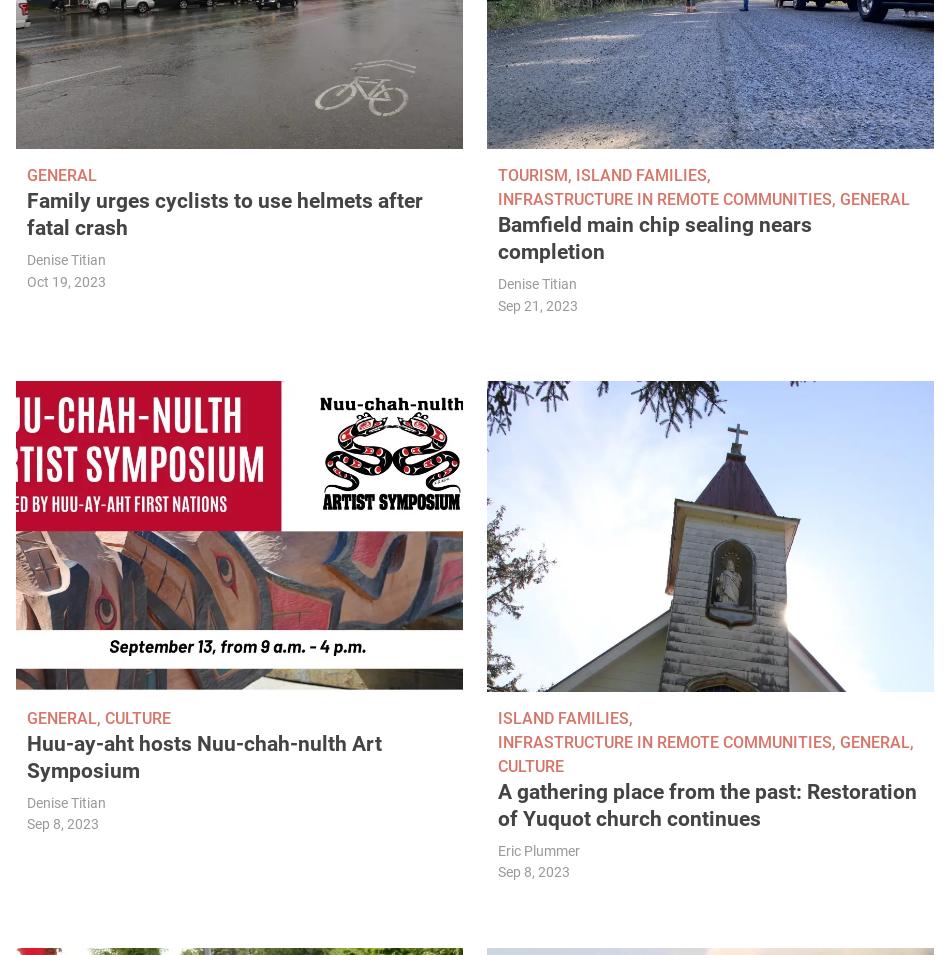 The width and height of the screenshot is (950, 955). Describe the element at coordinates (497, 174) in the screenshot. I see `'Tourism'` at that location.